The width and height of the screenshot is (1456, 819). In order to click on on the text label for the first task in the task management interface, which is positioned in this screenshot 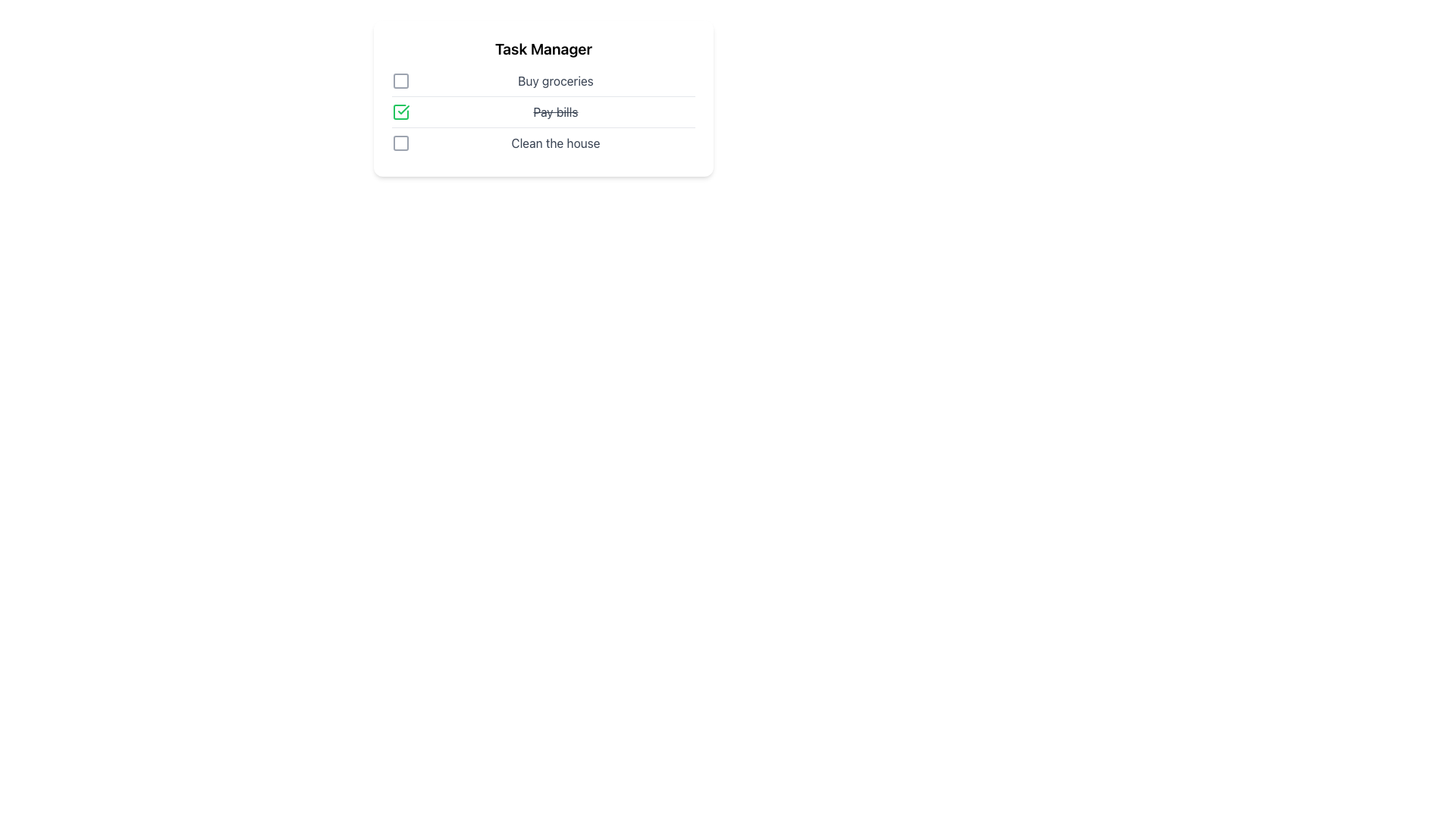, I will do `click(555, 81)`.